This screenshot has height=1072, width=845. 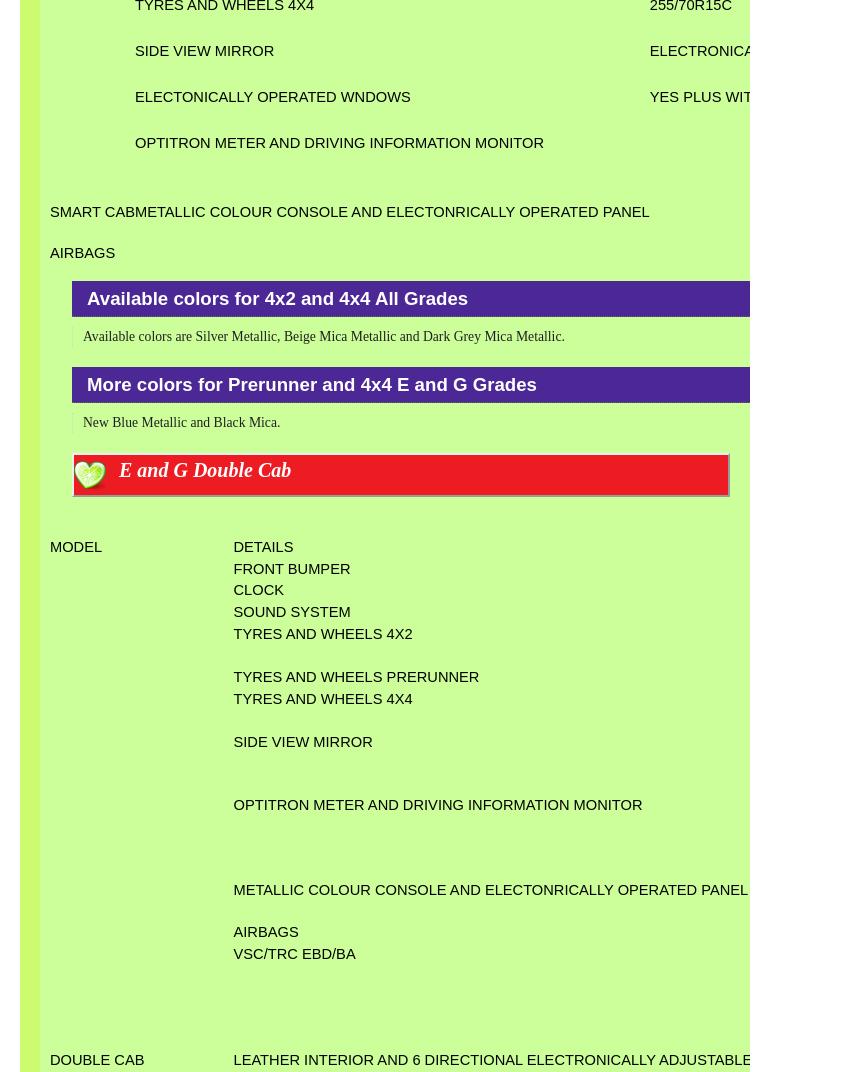 I want to click on 'SMART 
							   CAB', so click(x=92, y=212).